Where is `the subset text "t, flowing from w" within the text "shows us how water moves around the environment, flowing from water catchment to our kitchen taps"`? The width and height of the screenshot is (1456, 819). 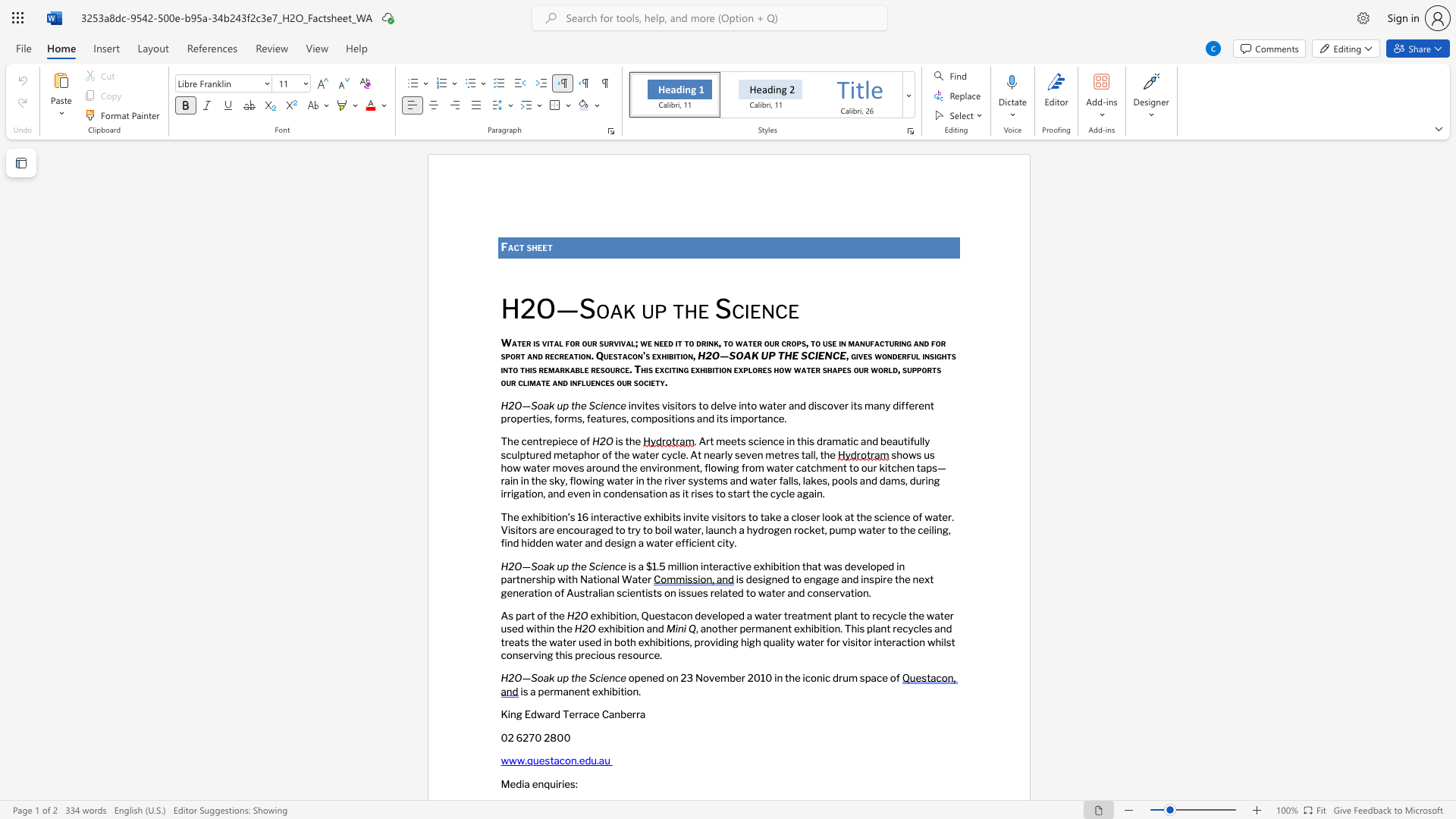
the subset text "t, flowing from w" within the text "shows us how water moves around the environment, flowing from water catchment to our kitchen taps" is located at coordinates (695, 466).